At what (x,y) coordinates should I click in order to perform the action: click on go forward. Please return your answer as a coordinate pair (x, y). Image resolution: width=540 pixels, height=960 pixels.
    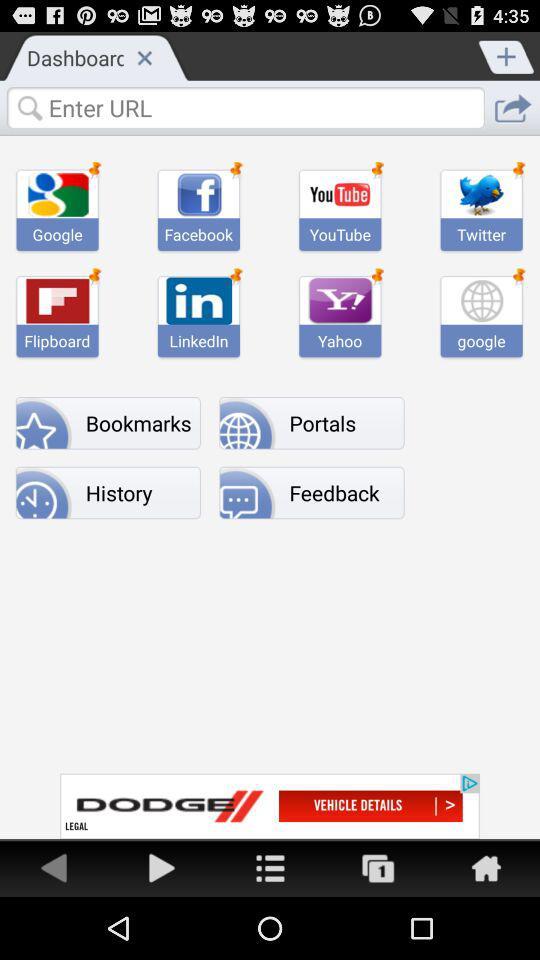
    Looking at the image, I should click on (161, 866).